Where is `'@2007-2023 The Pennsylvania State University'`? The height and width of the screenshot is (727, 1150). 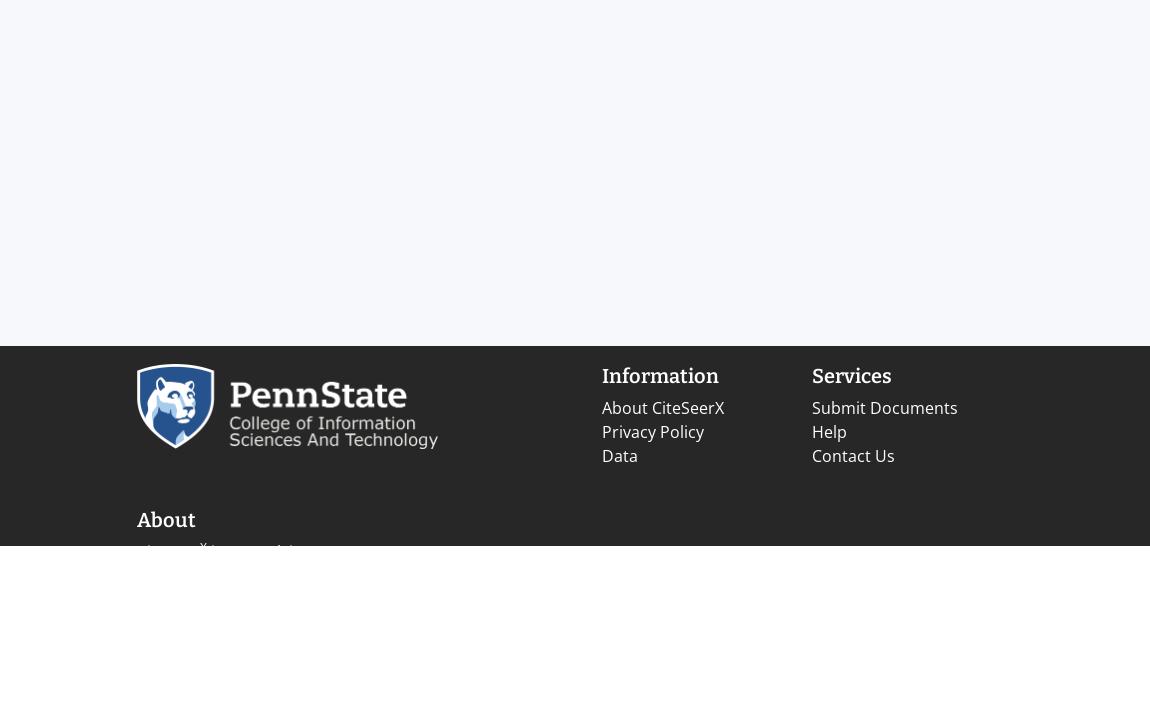 '@2007-2023 The Pennsylvania State University' is located at coordinates (207, 662).